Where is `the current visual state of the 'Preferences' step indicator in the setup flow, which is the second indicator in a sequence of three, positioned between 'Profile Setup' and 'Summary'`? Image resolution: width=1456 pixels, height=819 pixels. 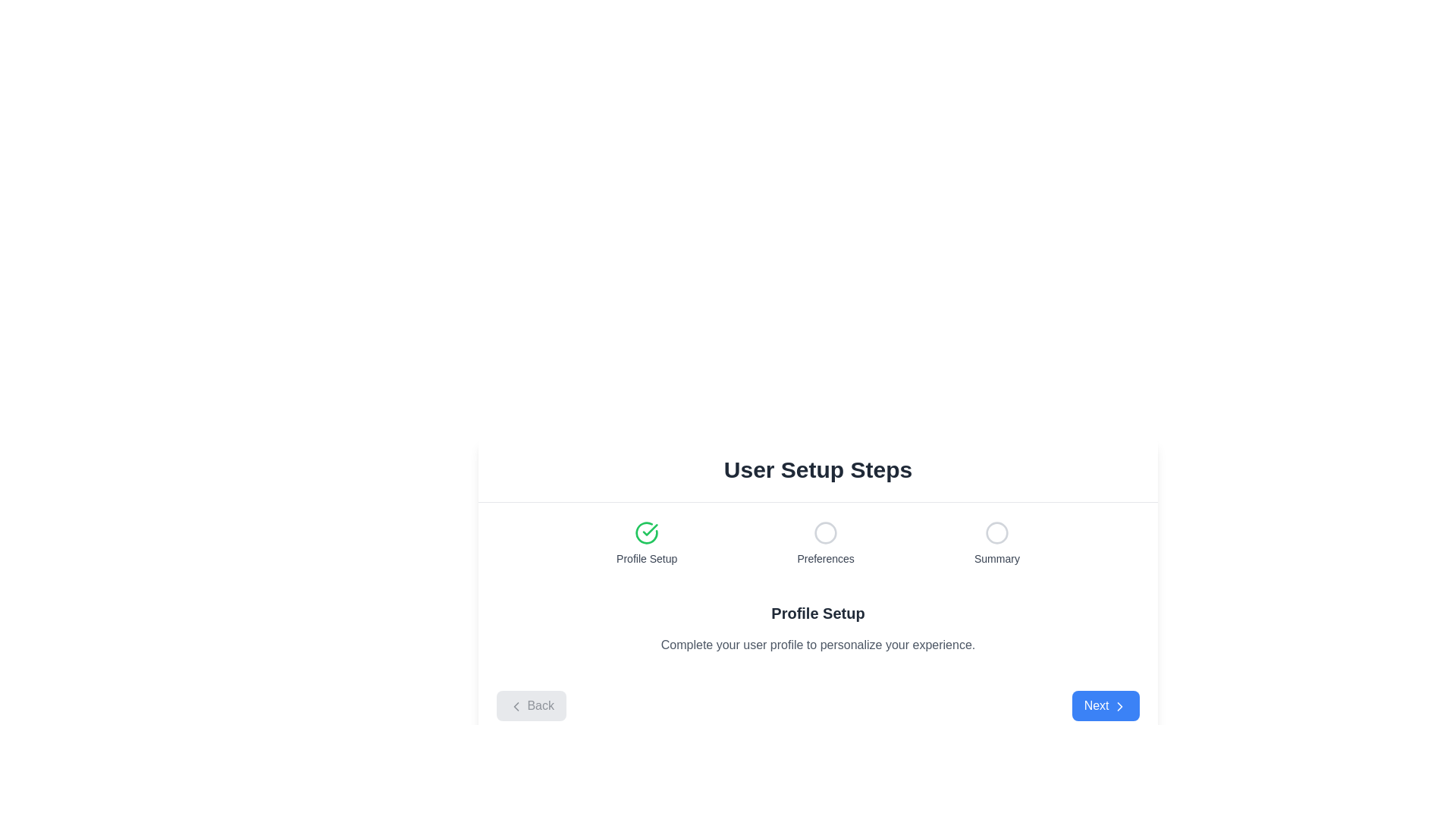
the current visual state of the 'Preferences' step indicator in the setup flow, which is the second indicator in a sequence of three, positioned between 'Profile Setup' and 'Summary' is located at coordinates (825, 543).